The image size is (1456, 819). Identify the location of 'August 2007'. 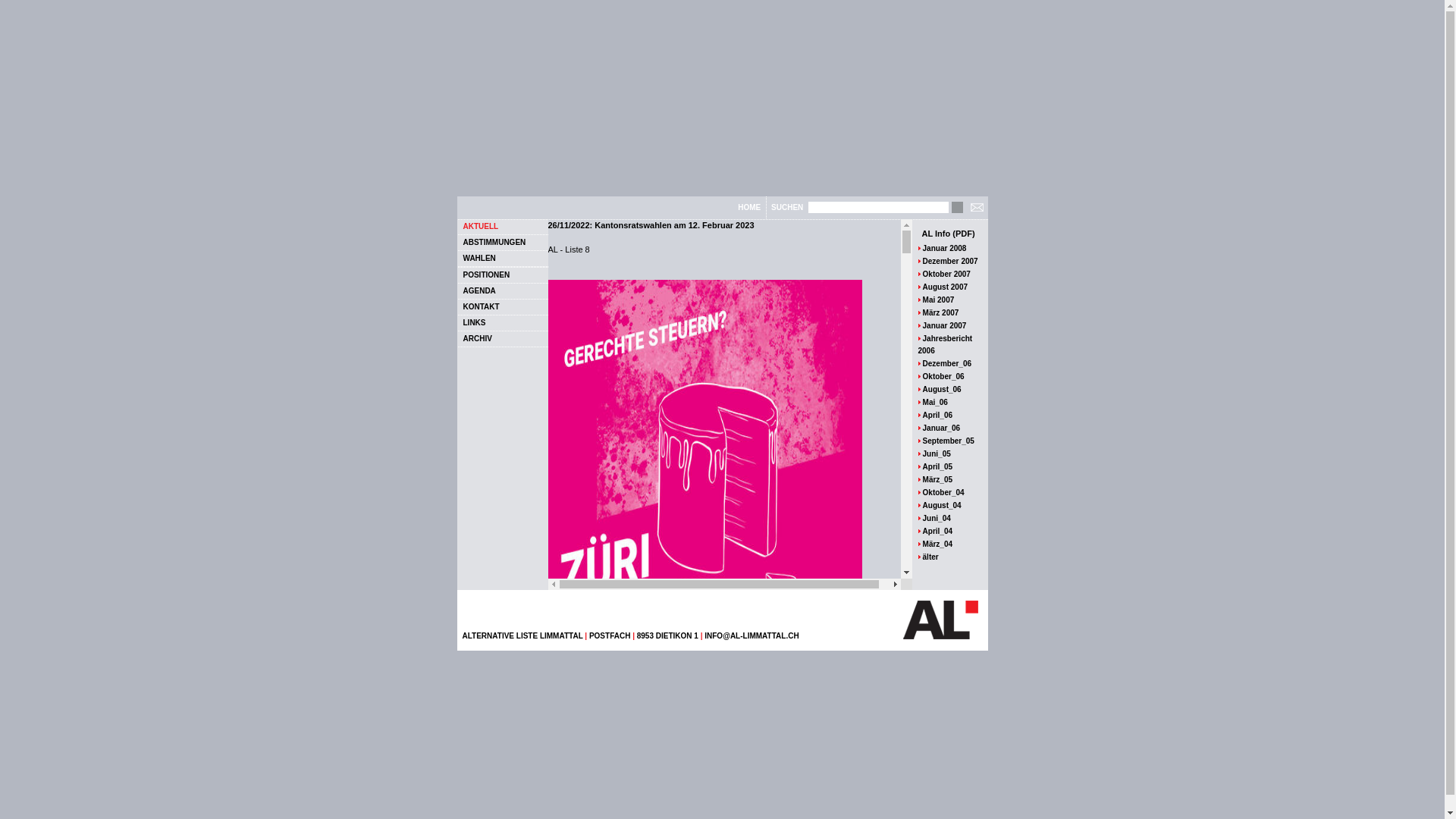
(944, 286).